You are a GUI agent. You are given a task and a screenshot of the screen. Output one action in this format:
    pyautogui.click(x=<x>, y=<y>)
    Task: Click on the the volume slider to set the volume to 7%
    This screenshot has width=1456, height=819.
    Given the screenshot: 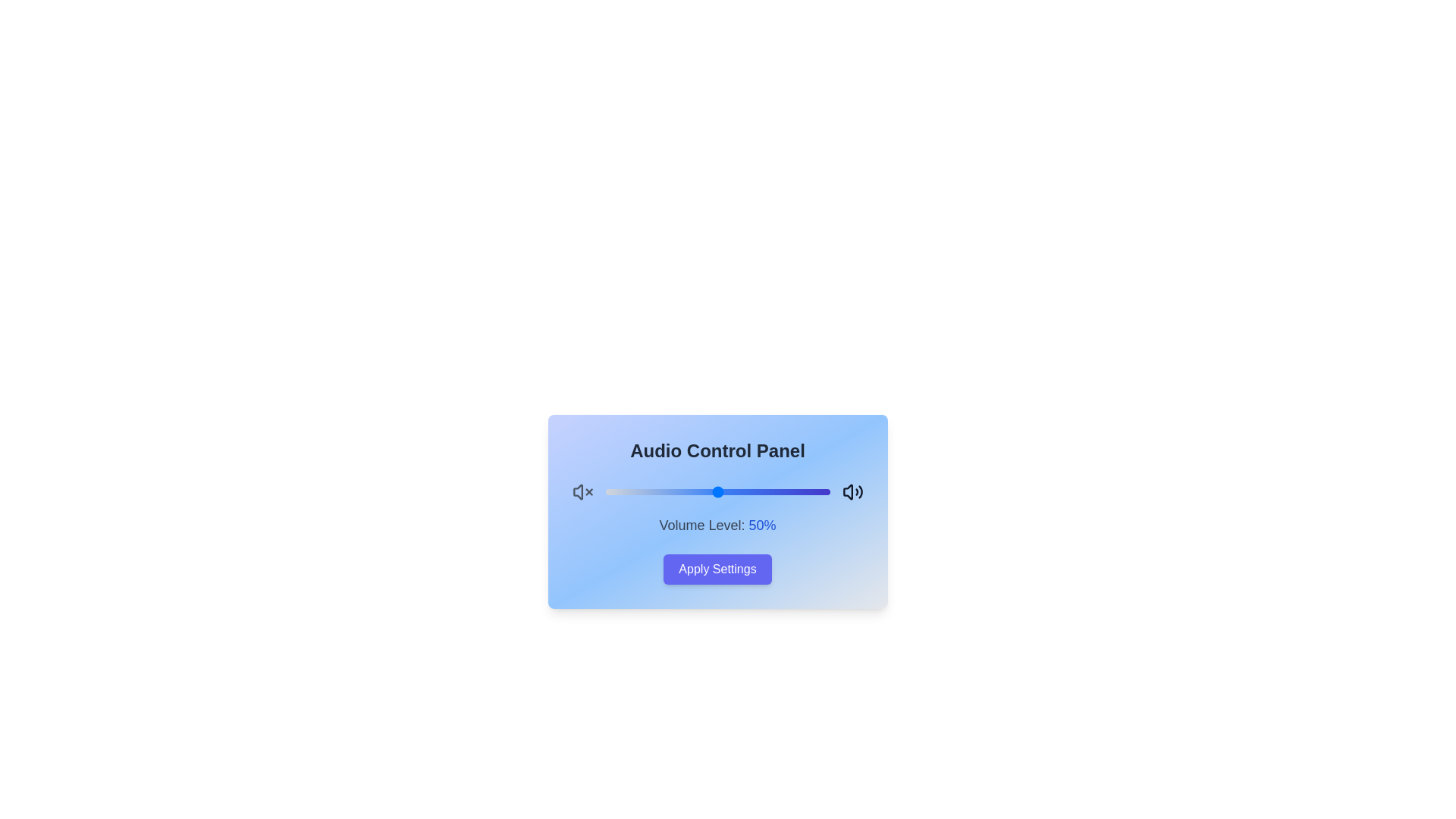 What is the action you would take?
    pyautogui.click(x=621, y=491)
    